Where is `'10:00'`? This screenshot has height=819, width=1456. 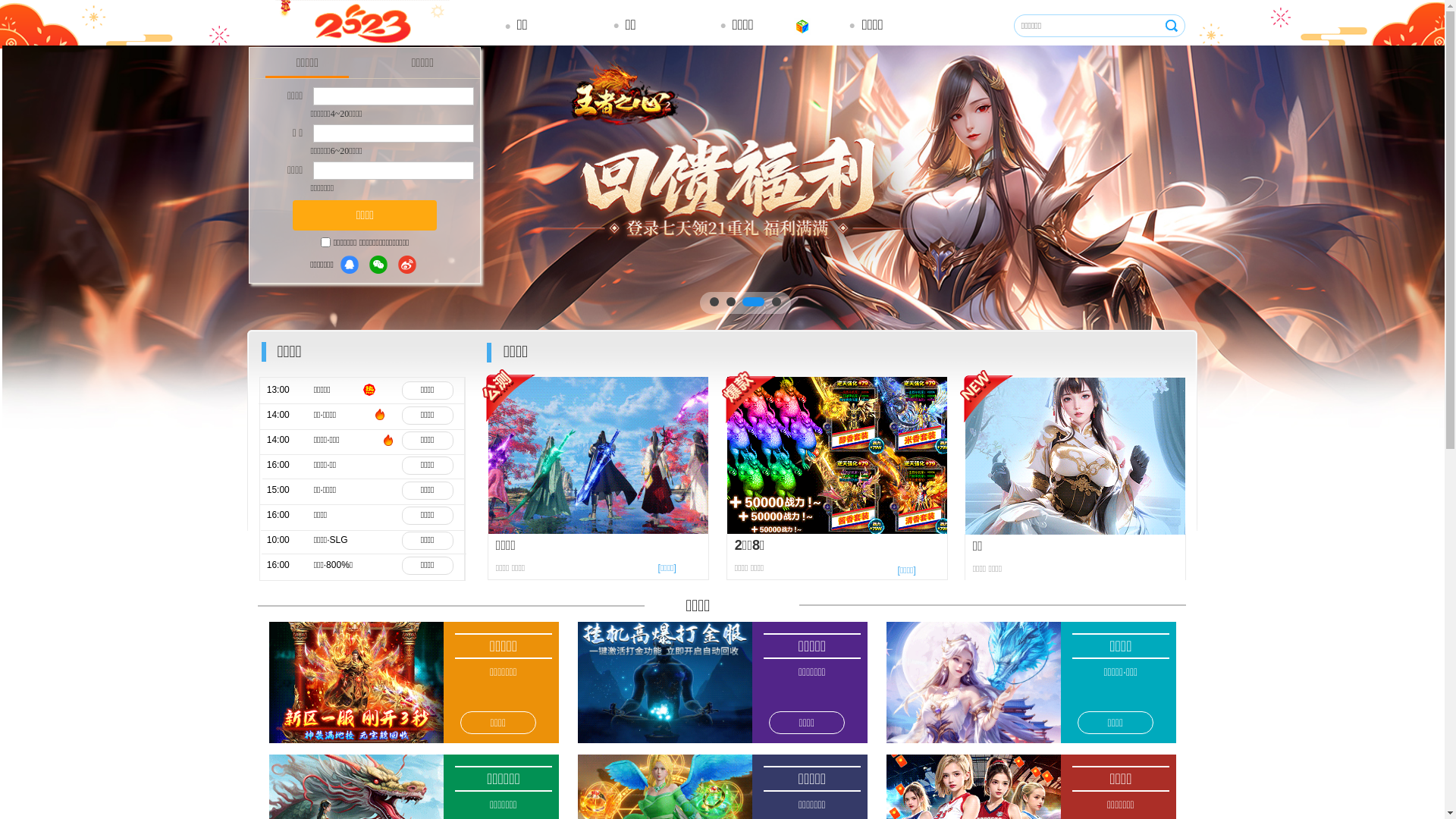
'10:00' is located at coordinates (288, 539).